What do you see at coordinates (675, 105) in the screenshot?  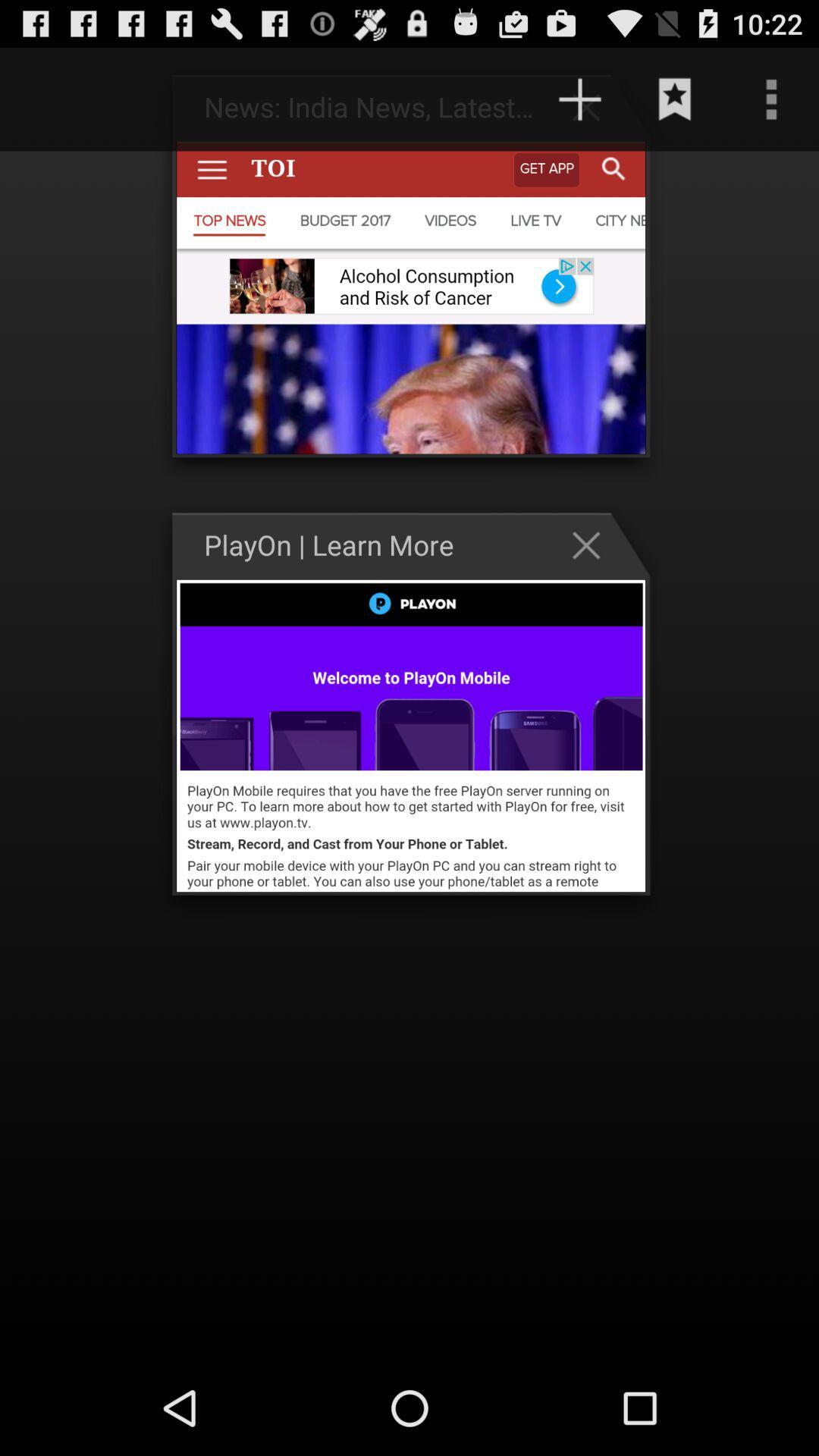 I see `the bookmark icon` at bounding box center [675, 105].